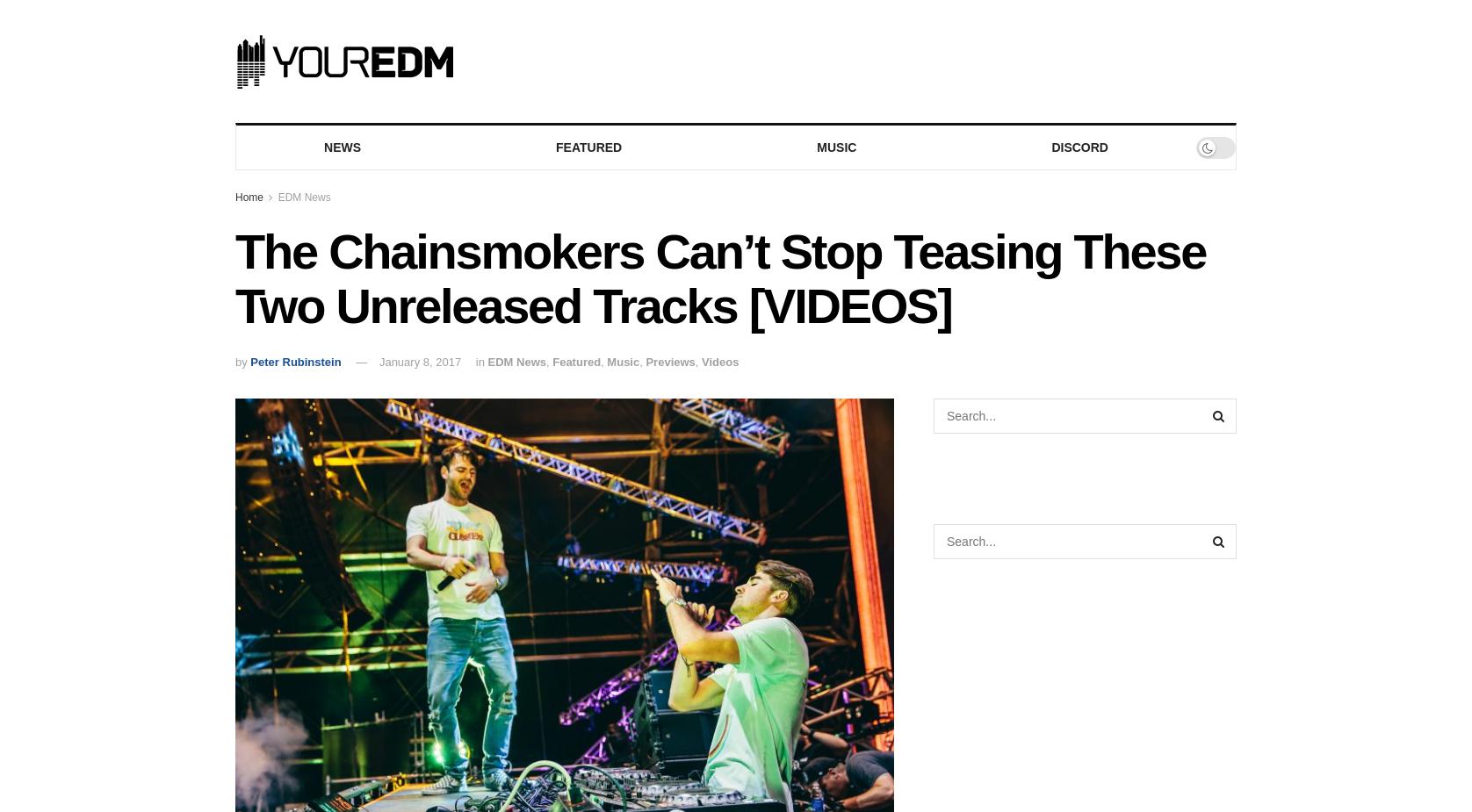 The width and height of the screenshot is (1472, 812). What do you see at coordinates (719, 277) in the screenshot?
I see `'The Chainsmokers Can’t Stop Teasing These Two Unreleased Tracks [VIDEOS]'` at bounding box center [719, 277].